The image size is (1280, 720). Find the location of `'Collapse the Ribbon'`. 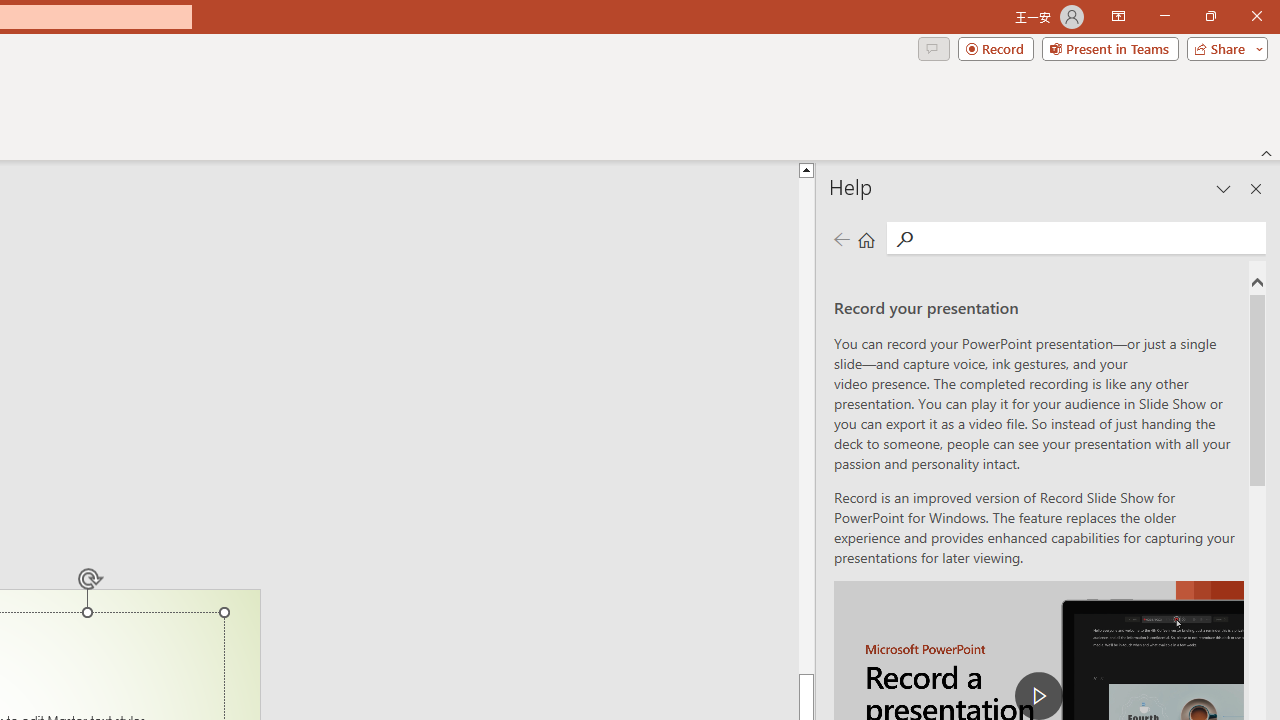

'Collapse the Ribbon' is located at coordinates (1266, 152).